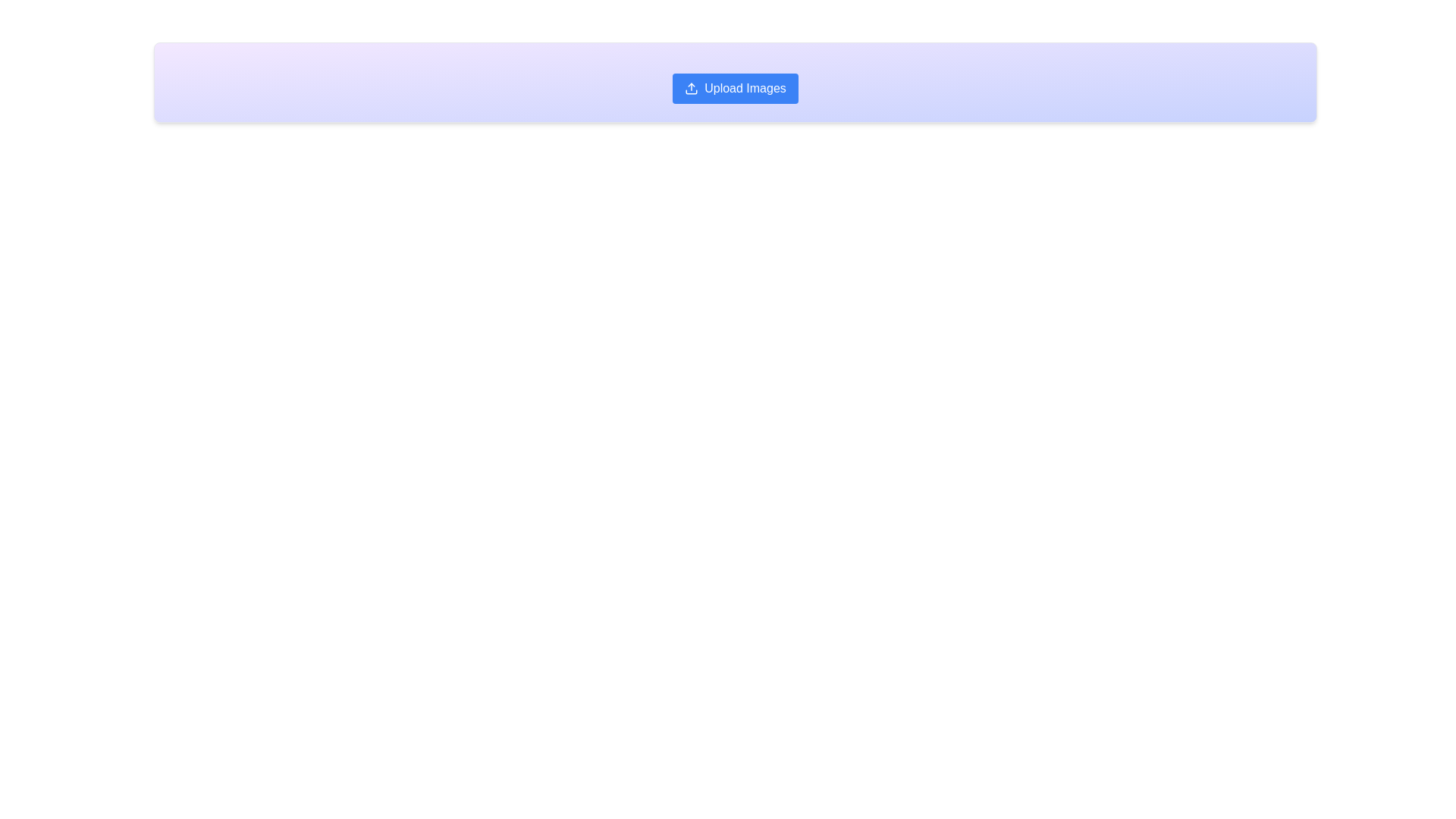 Image resolution: width=1456 pixels, height=819 pixels. I want to click on the upload icon located to the left of the 'Upload Images' button in the blue toolbar at the top of the interface, so click(691, 88).